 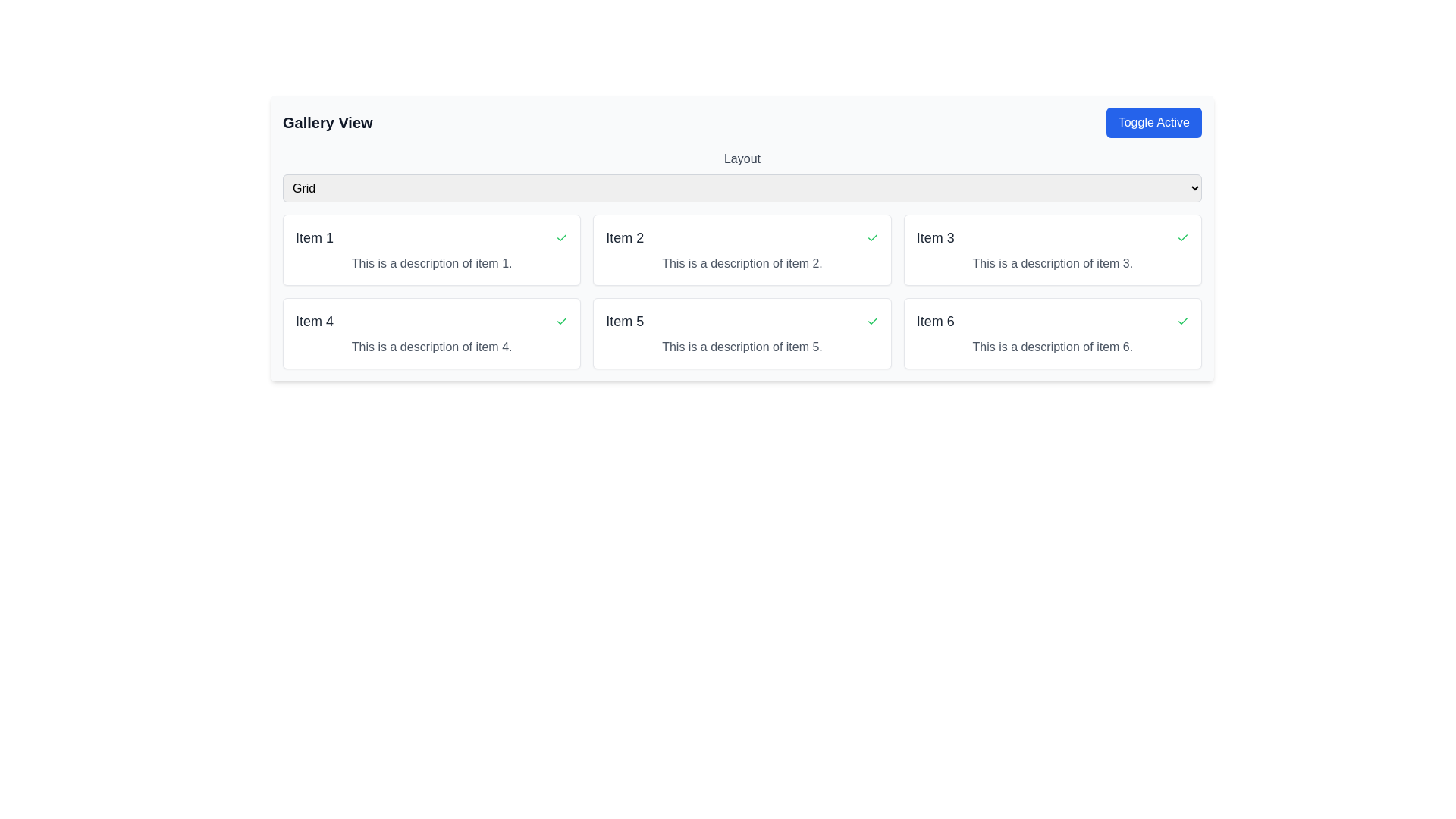 What do you see at coordinates (1052, 262) in the screenshot?
I see `the static text element located beneath the title 'Item 3' within the white card, which is the third card in the grid layout` at bounding box center [1052, 262].